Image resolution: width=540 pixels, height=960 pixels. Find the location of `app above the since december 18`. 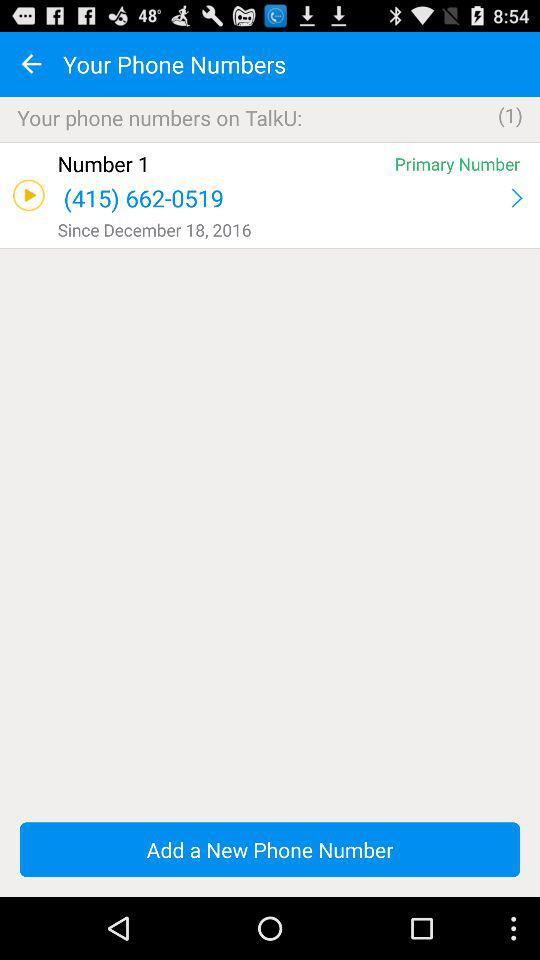

app above the since december 18 is located at coordinates (281, 198).